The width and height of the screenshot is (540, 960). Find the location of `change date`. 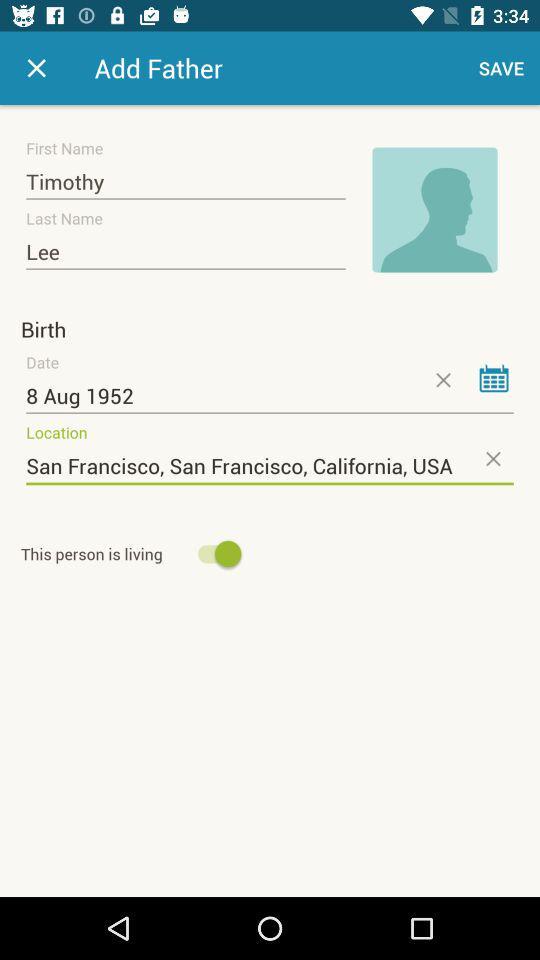

change date is located at coordinates (493, 377).